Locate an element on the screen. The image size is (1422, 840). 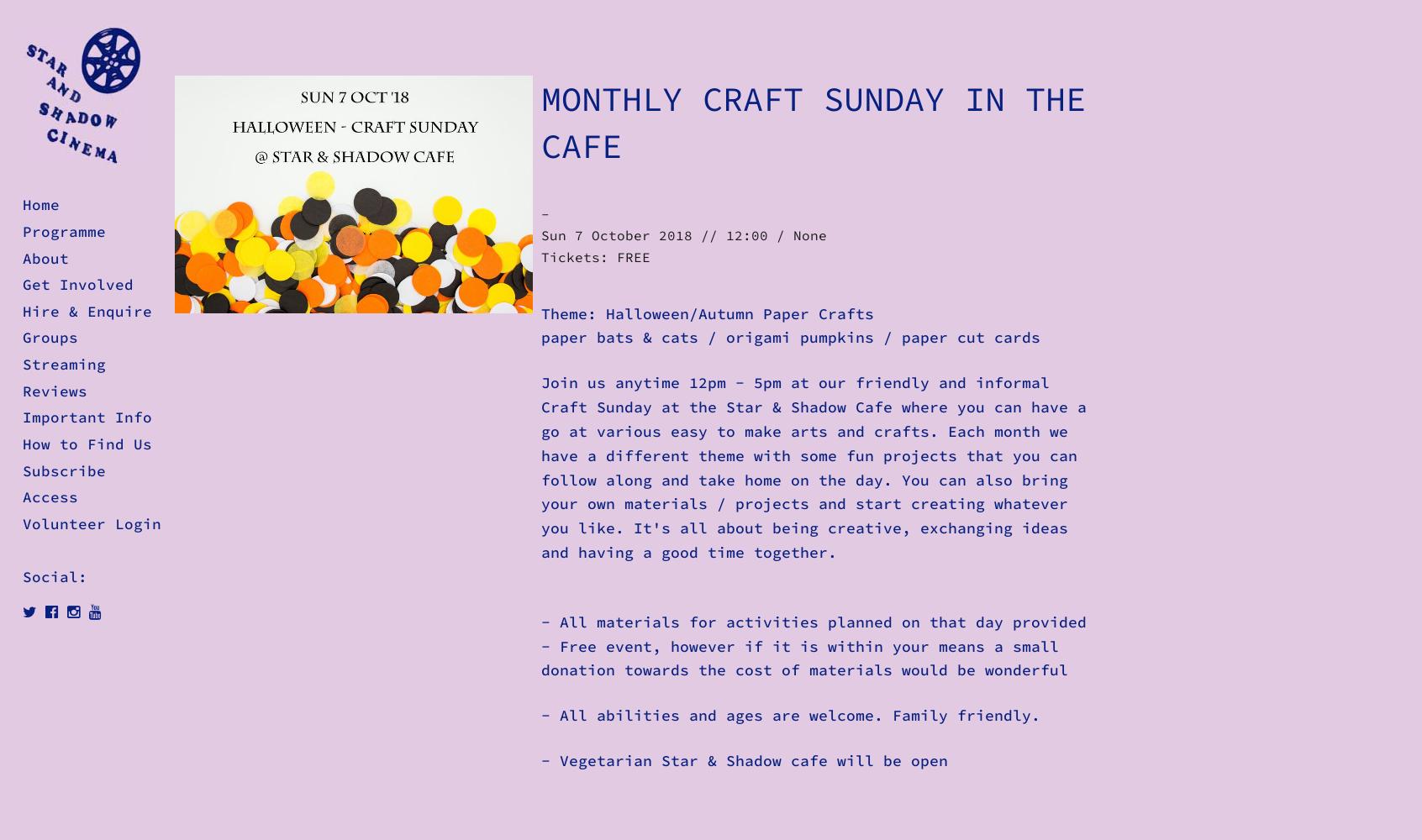
'Get Involved' is located at coordinates (22, 284).